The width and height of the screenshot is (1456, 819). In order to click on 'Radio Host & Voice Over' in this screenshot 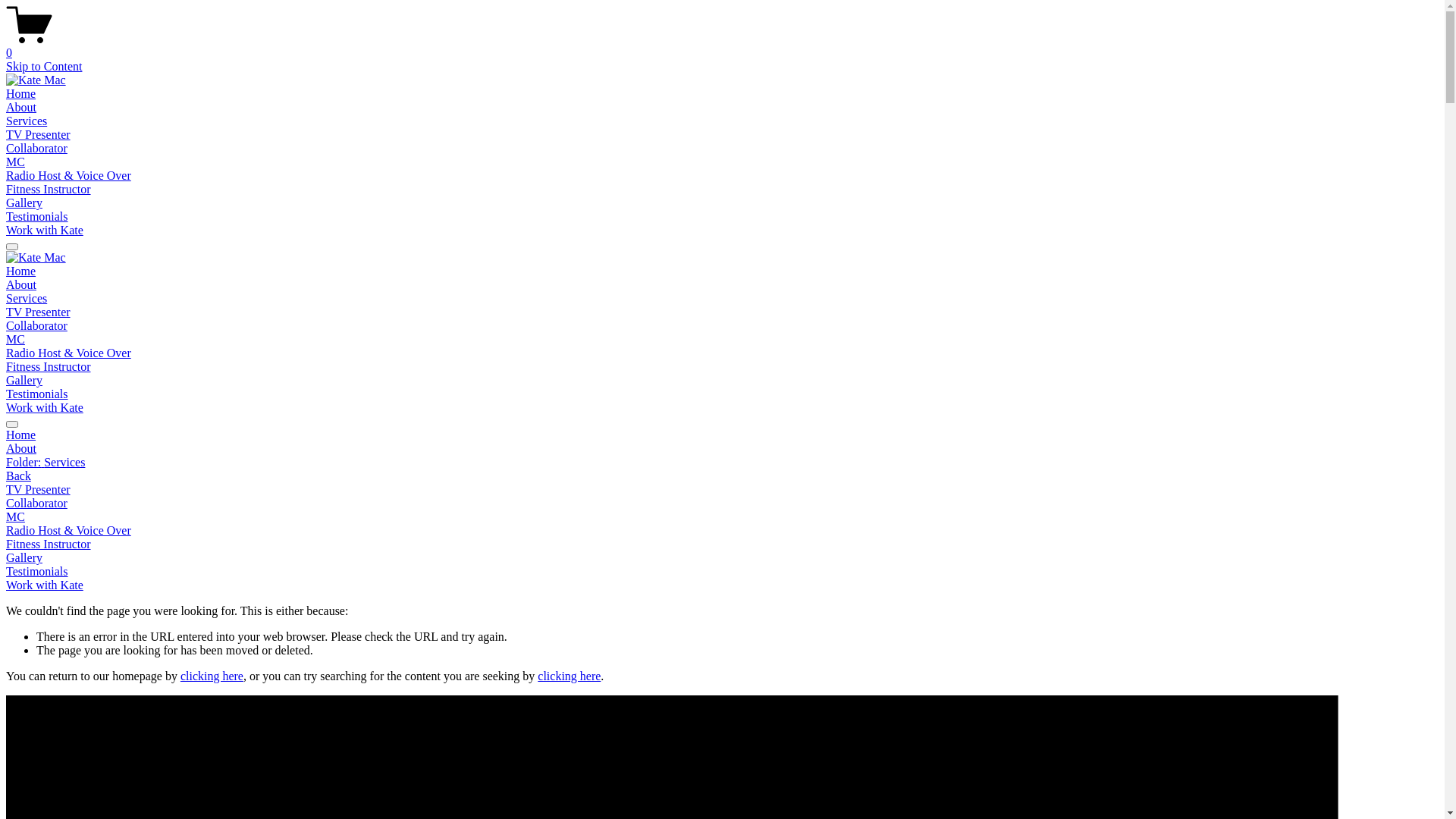, I will do `click(67, 174)`.